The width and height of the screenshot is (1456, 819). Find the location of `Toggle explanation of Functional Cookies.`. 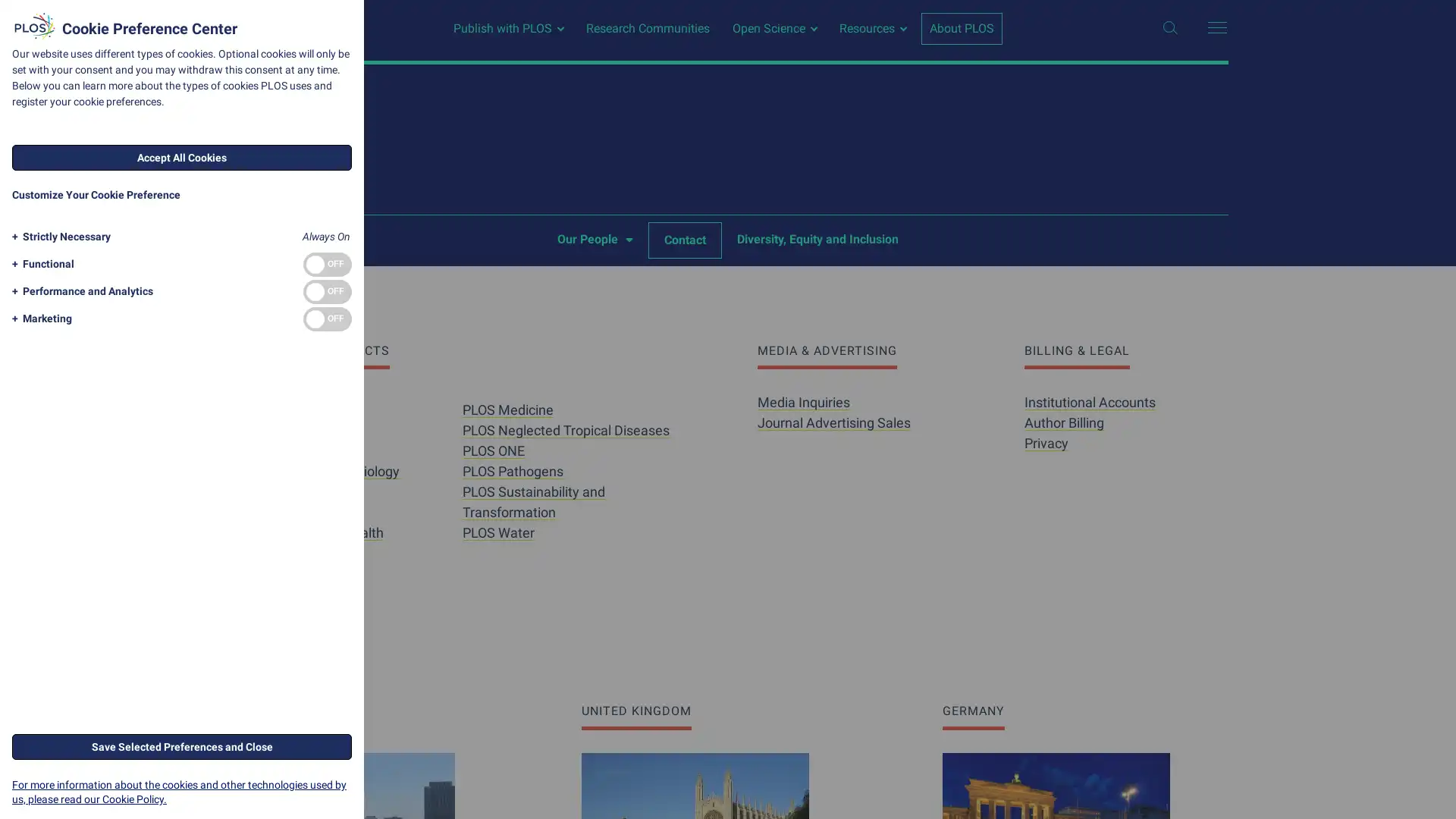

Toggle explanation of Functional Cookies. is located at coordinates (40, 263).